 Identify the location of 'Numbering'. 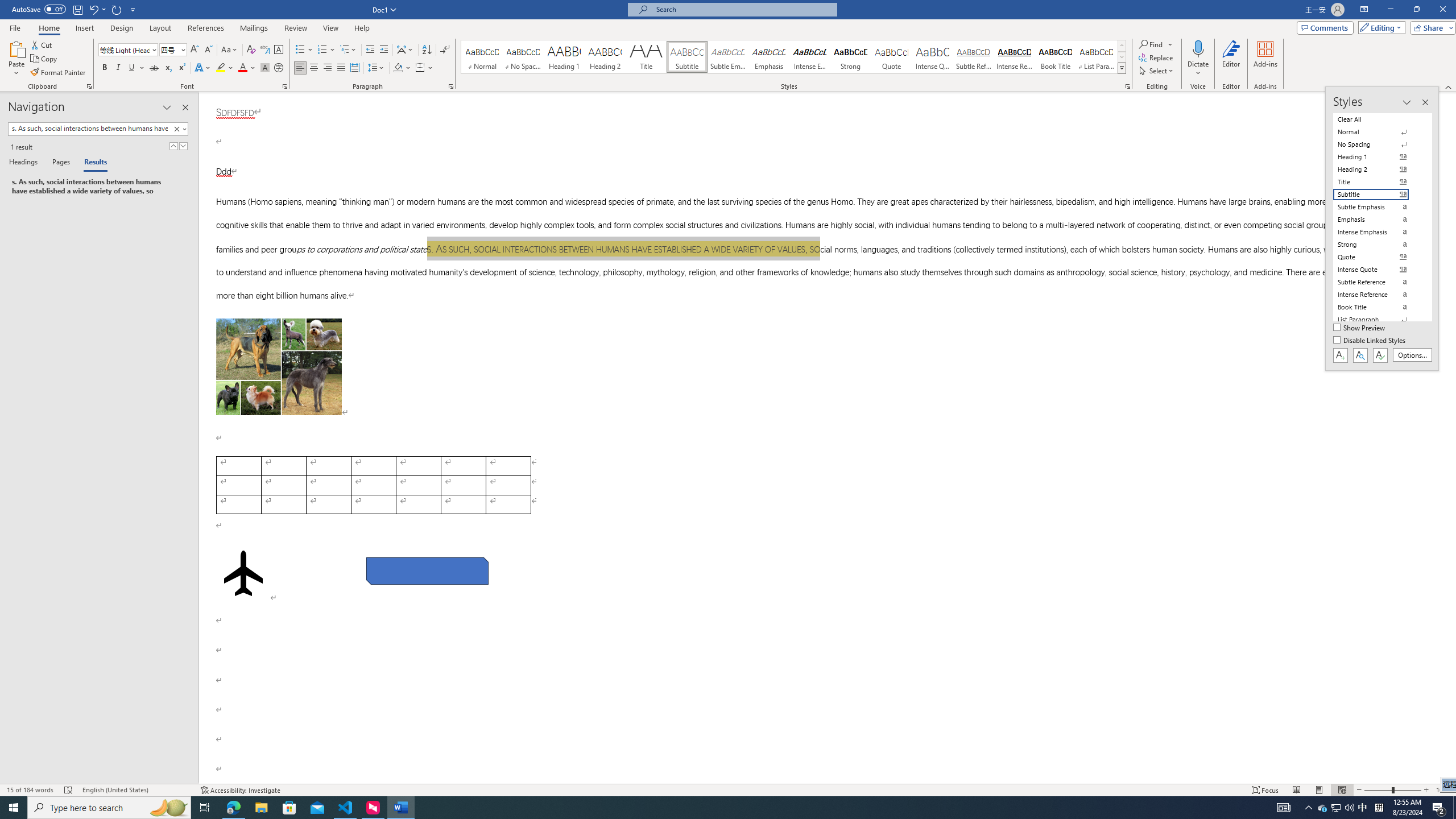
(326, 49).